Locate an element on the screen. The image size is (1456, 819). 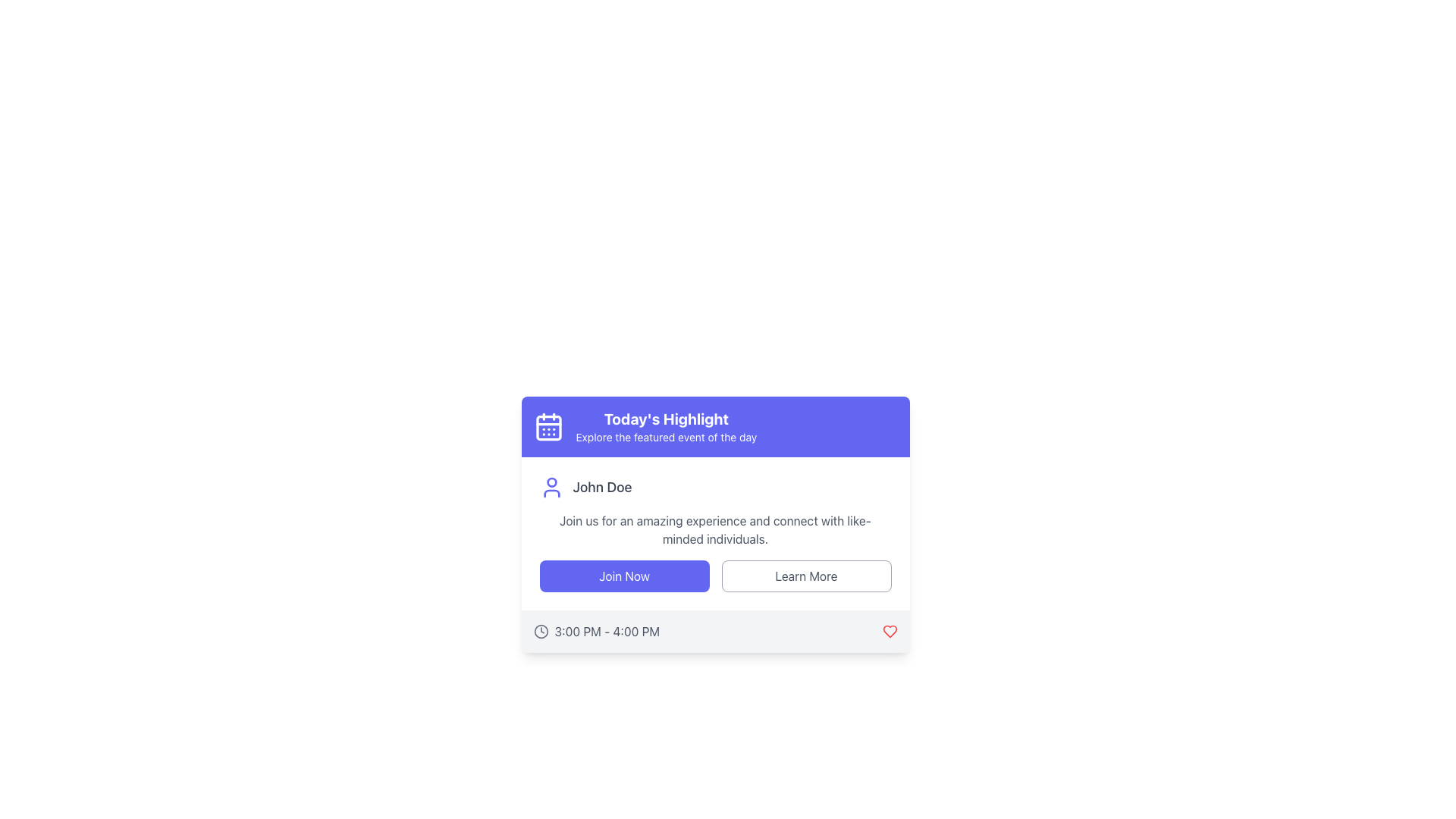
the text label displaying the scheduled time for an event on the card interface, located at the bottom center right, next to a clock icon is located at coordinates (607, 632).